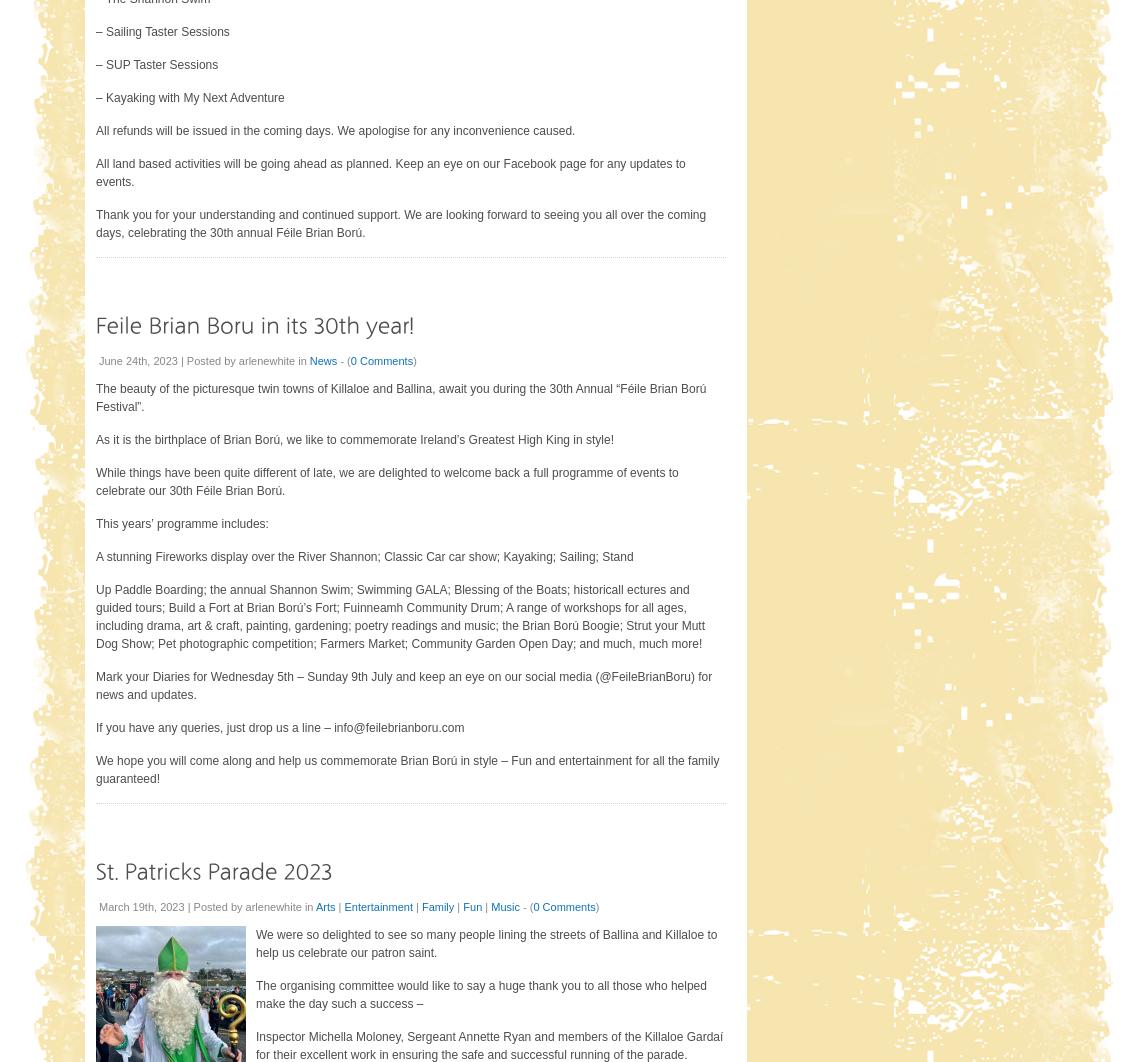 This screenshot has width=1140, height=1062. What do you see at coordinates (400, 223) in the screenshot?
I see `'Thank you for your understanding and continued support. We are looking forward to seeing you all over the coming days, celebrating the 30th annual Féile Brian Ború.'` at bounding box center [400, 223].